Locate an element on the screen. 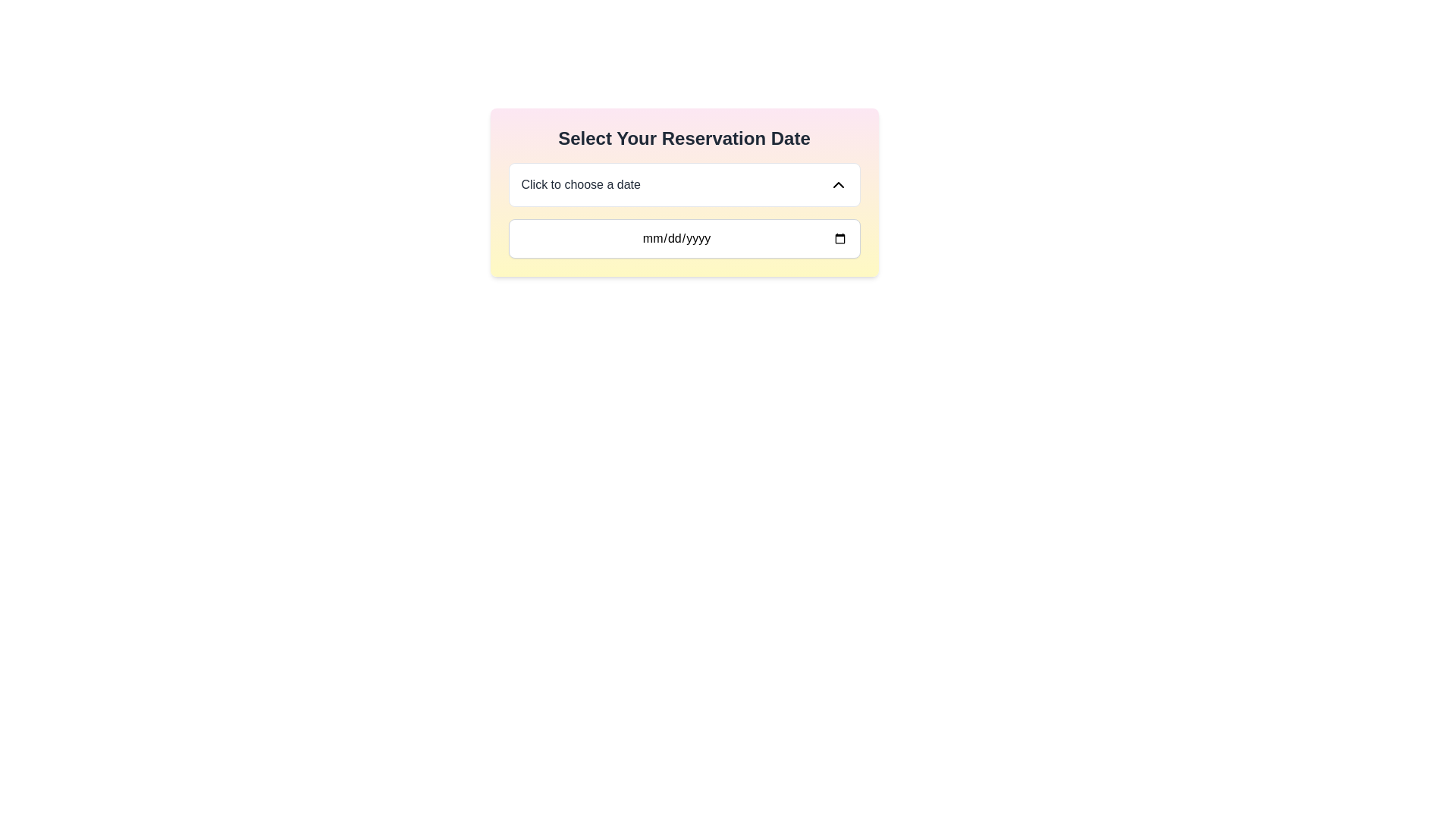  the textual component that reads 'Click to choose a date', which is styled with dark gray text on a light background and is positioned on the left side of a dropdown-like component is located at coordinates (580, 184).